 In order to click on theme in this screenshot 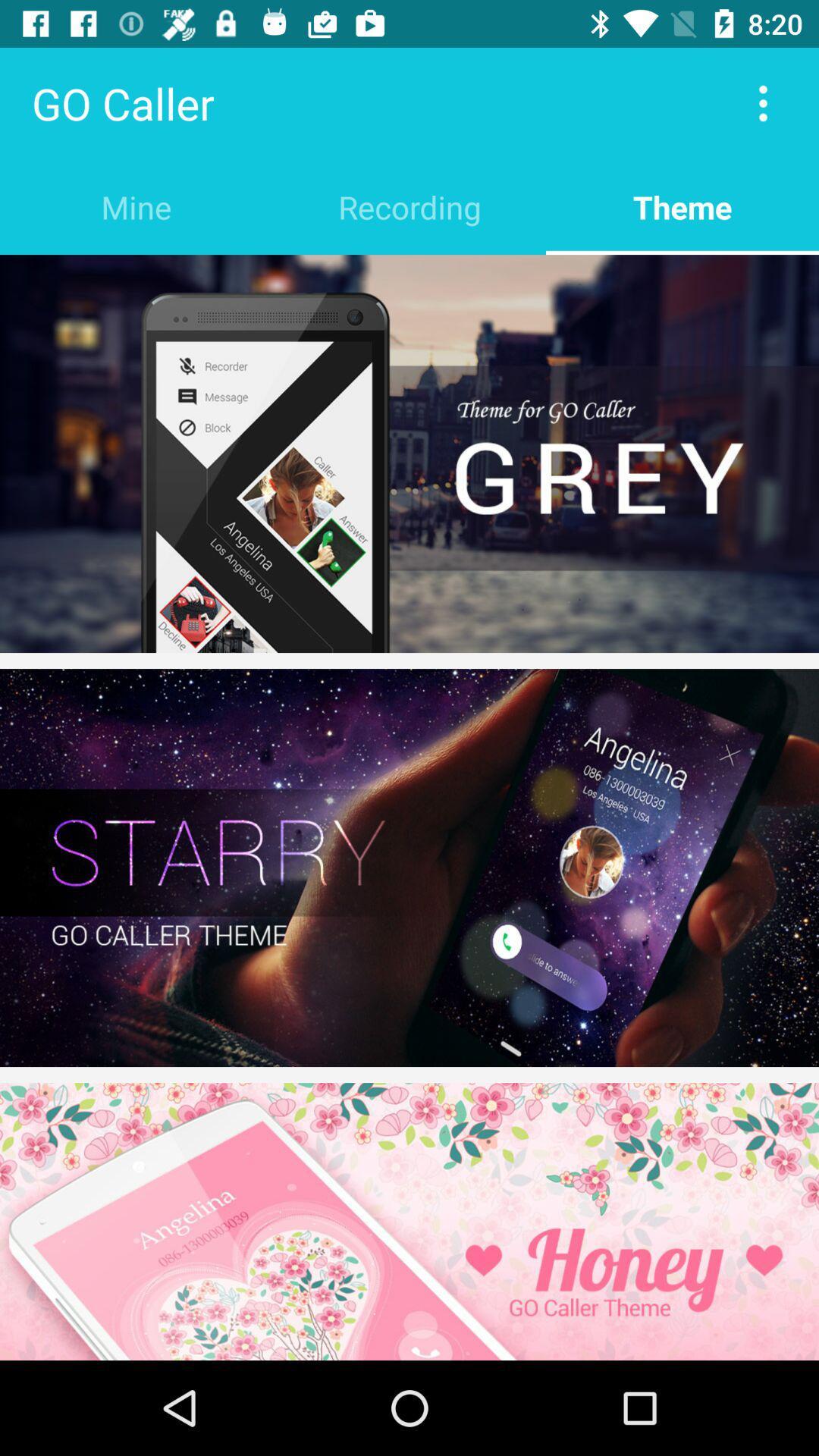, I will do `click(409, 453)`.